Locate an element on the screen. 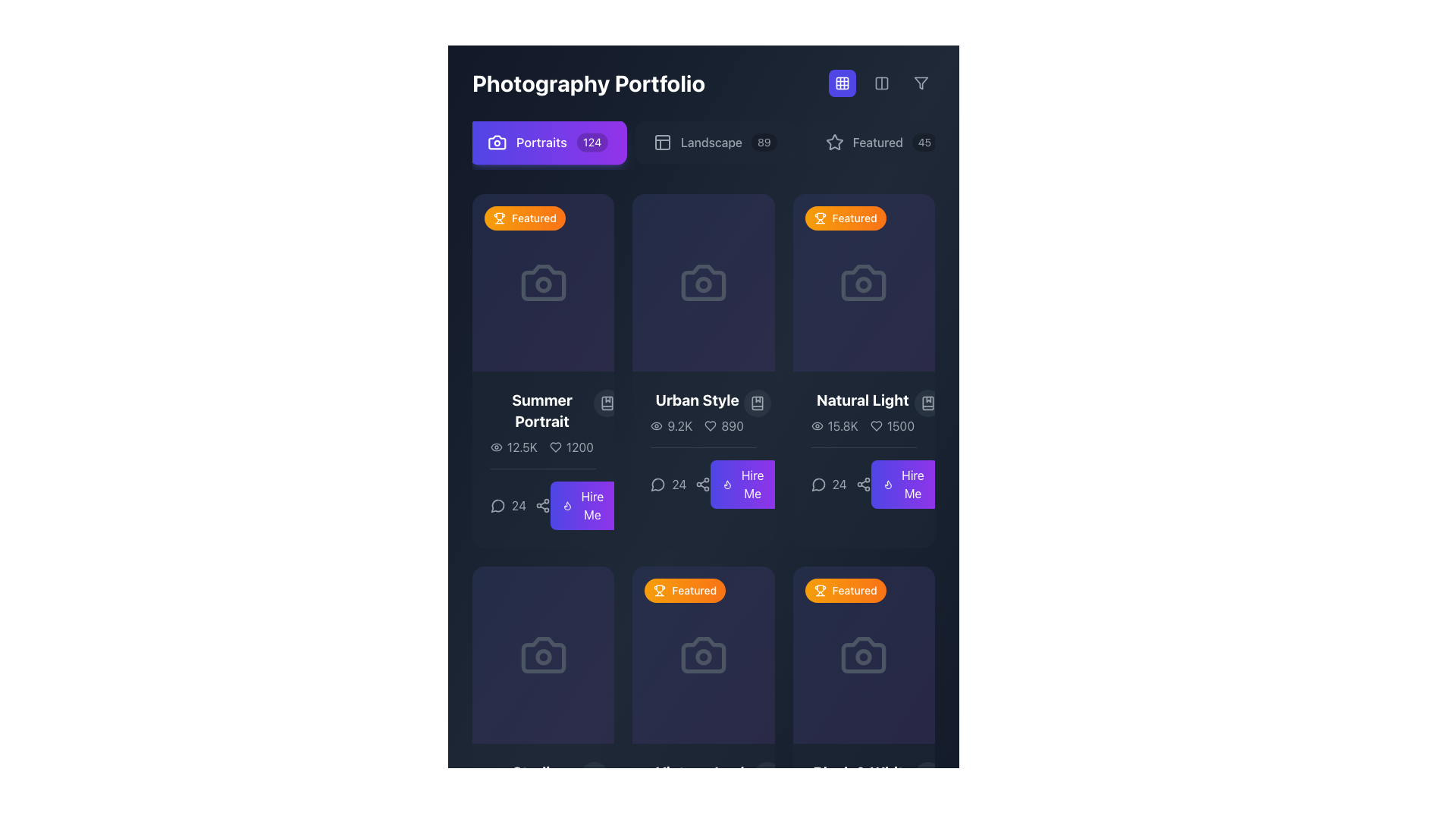 This screenshot has width=1456, height=819. the numerical label displaying '24', which is located in the third column of cards beneath the card's title and statistics, aligned with comment and share icons is located at coordinates (679, 485).